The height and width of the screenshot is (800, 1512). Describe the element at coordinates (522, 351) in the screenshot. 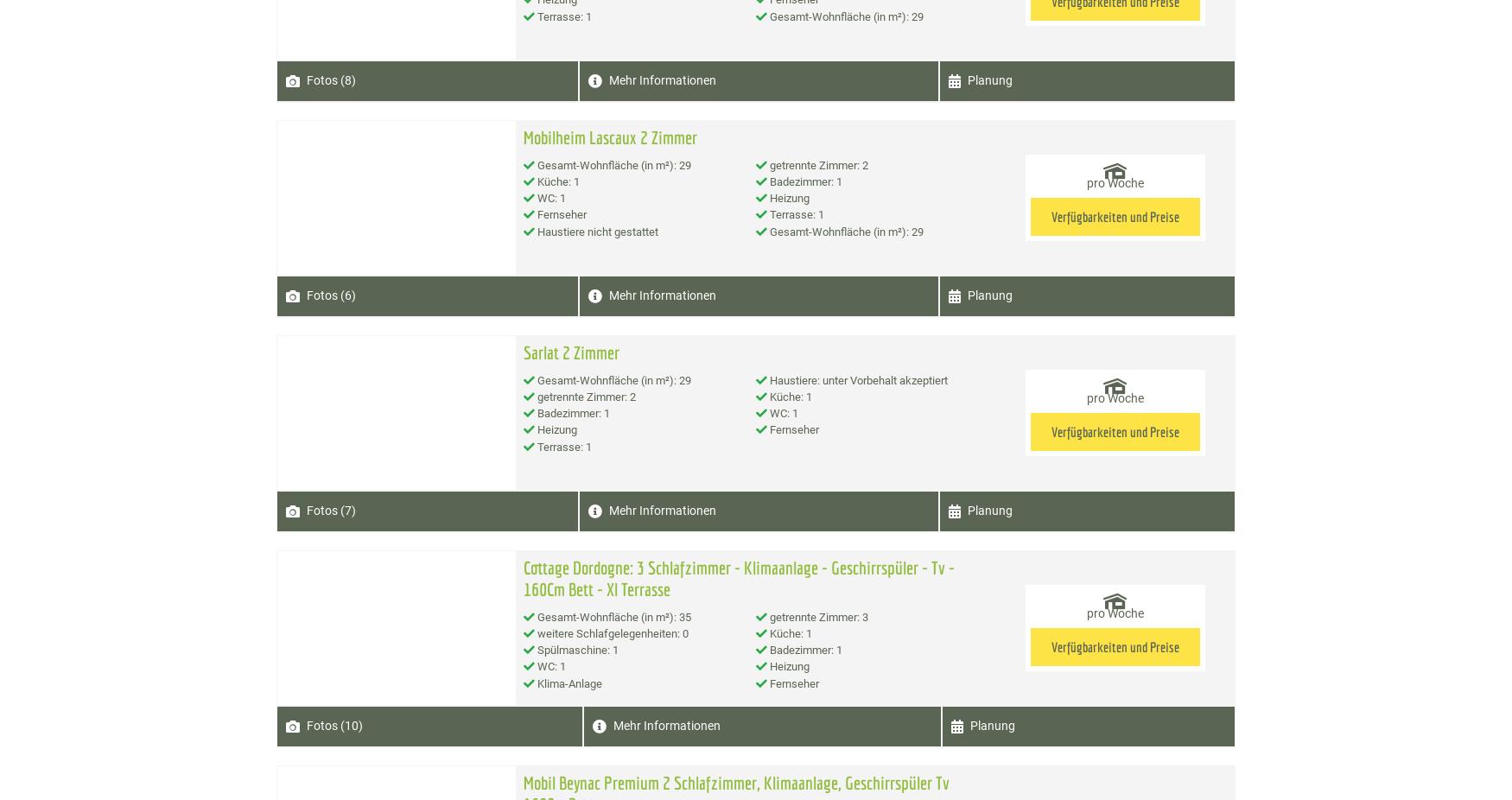

I see `'Sarlat 2 Zimmer'` at that location.